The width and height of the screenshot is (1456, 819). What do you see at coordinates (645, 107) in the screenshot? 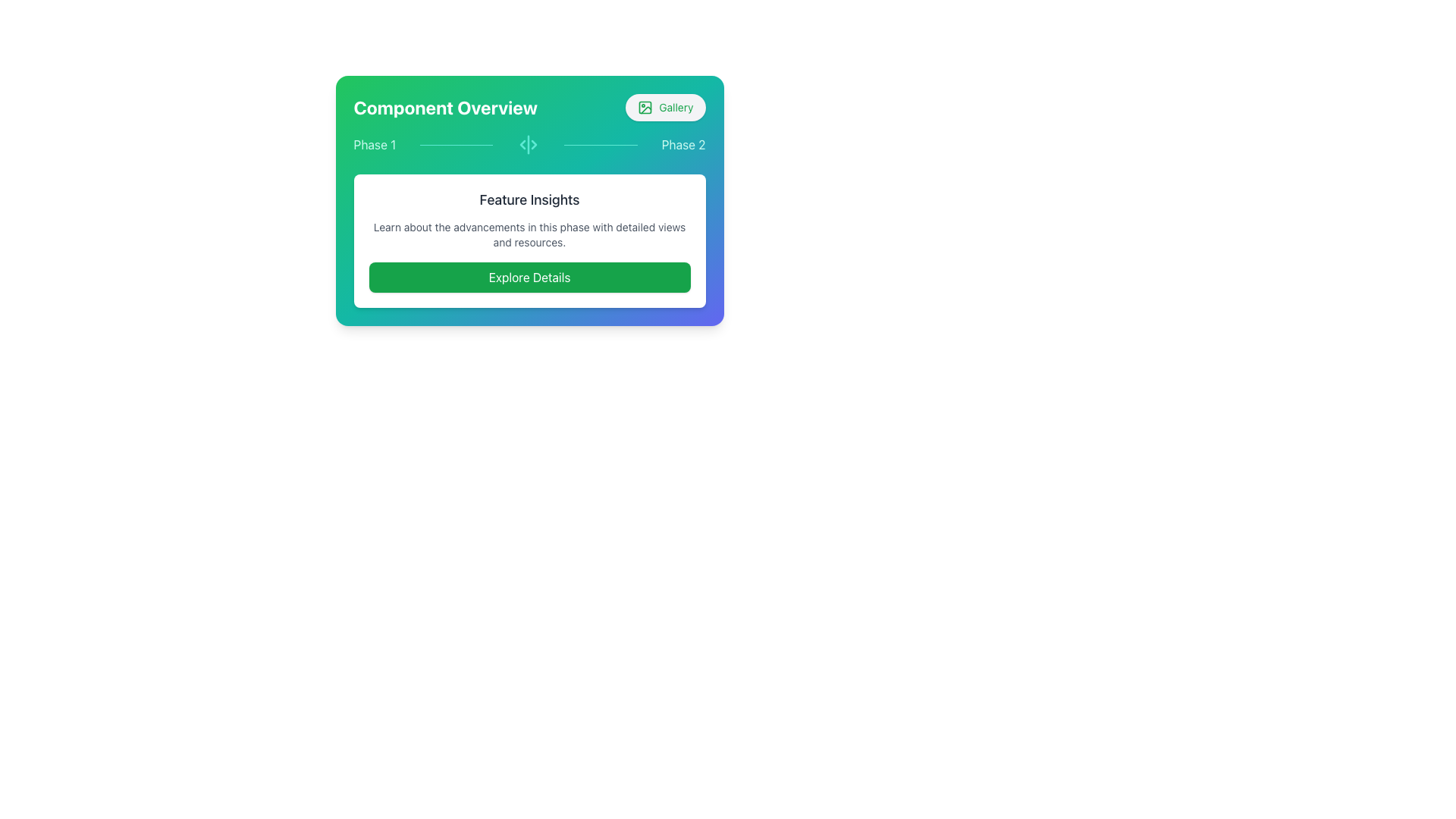
I see `the small icon resembling a stylized image frame with a circle inside, which is located to the left of the 'Gallery' button in the top-right corner of the 'Component Overview' section` at bounding box center [645, 107].